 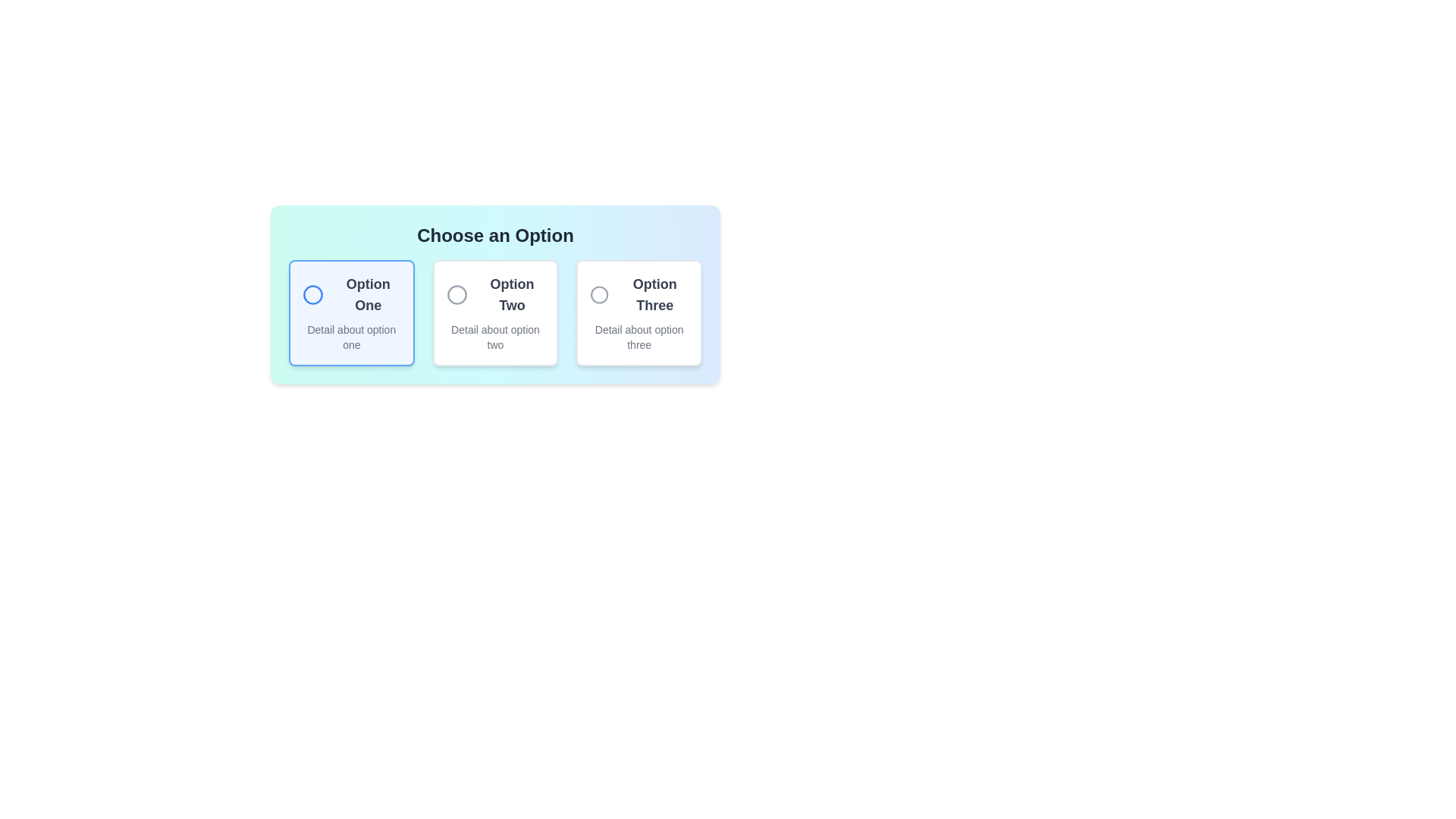 What do you see at coordinates (495, 356) in the screenshot?
I see `the second selectable card representing 'Option Two' in the selection menu` at bounding box center [495, 356].